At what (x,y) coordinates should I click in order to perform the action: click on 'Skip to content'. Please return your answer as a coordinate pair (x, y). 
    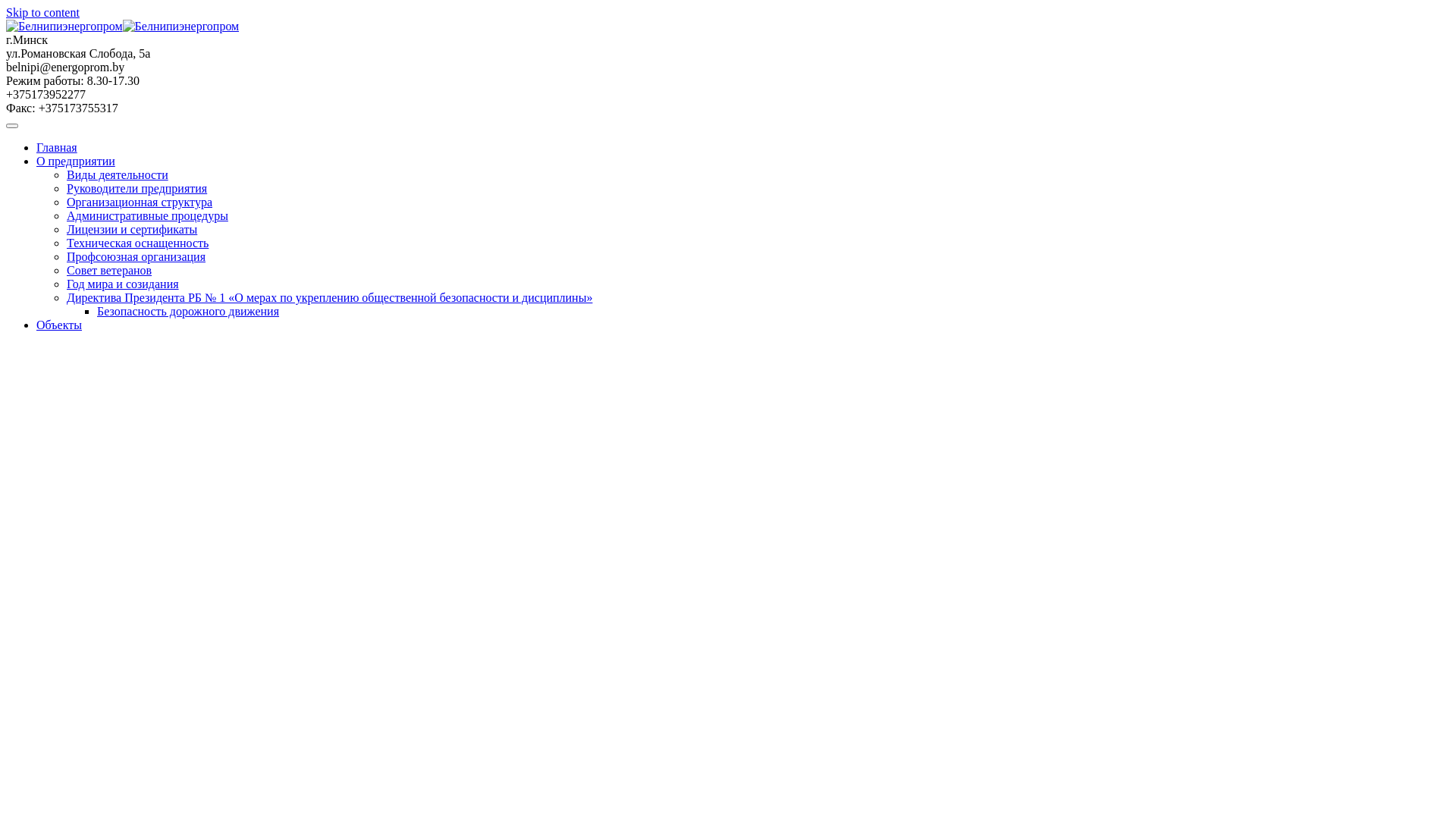
    Looking at the image, I should click on (6, 12).